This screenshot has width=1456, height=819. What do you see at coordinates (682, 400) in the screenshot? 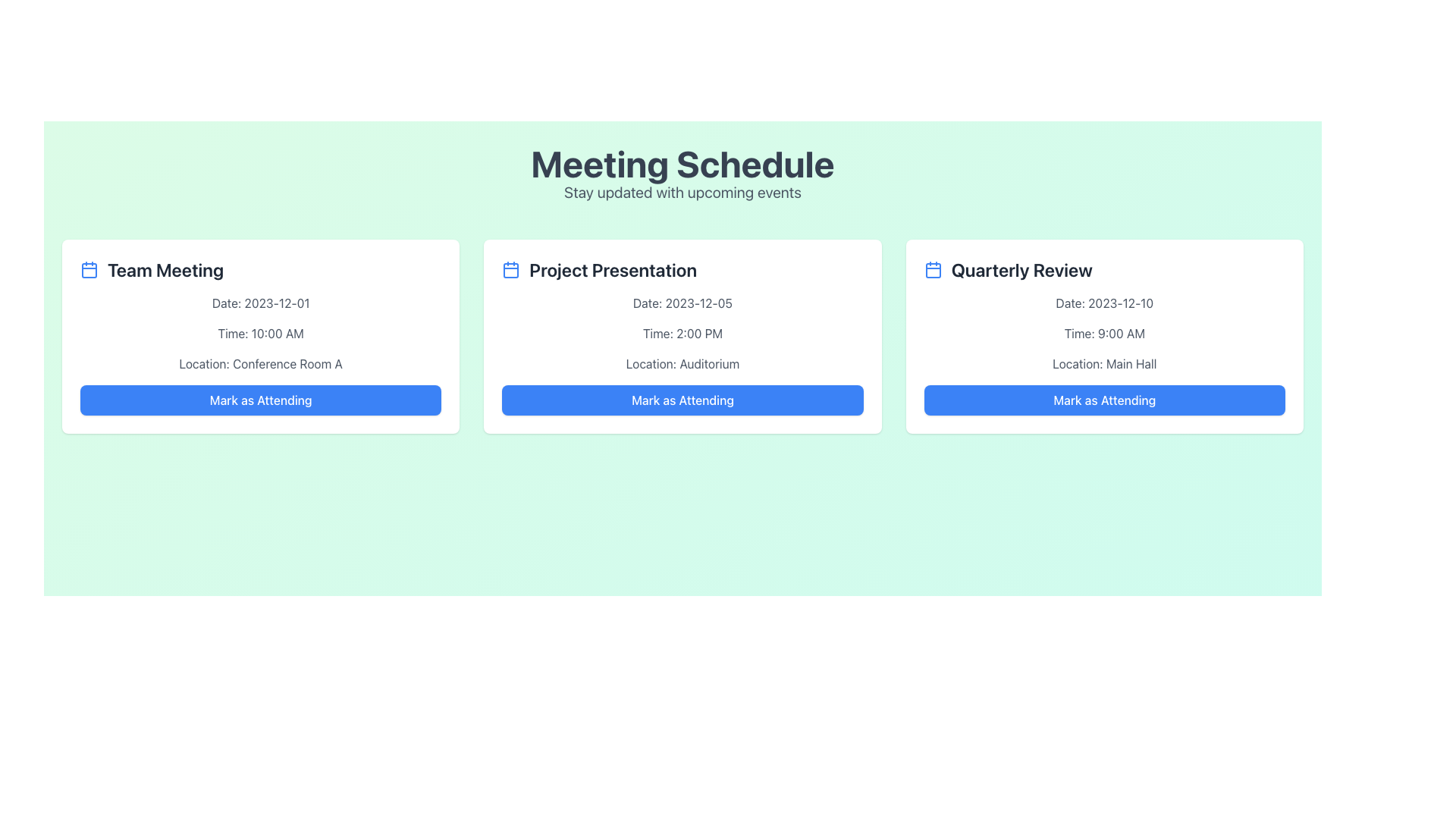
I see `the blue 'Mark as Attending' button with white text located at the bottom of the 'Project Presentation' card` at bounding box center [682, 400].